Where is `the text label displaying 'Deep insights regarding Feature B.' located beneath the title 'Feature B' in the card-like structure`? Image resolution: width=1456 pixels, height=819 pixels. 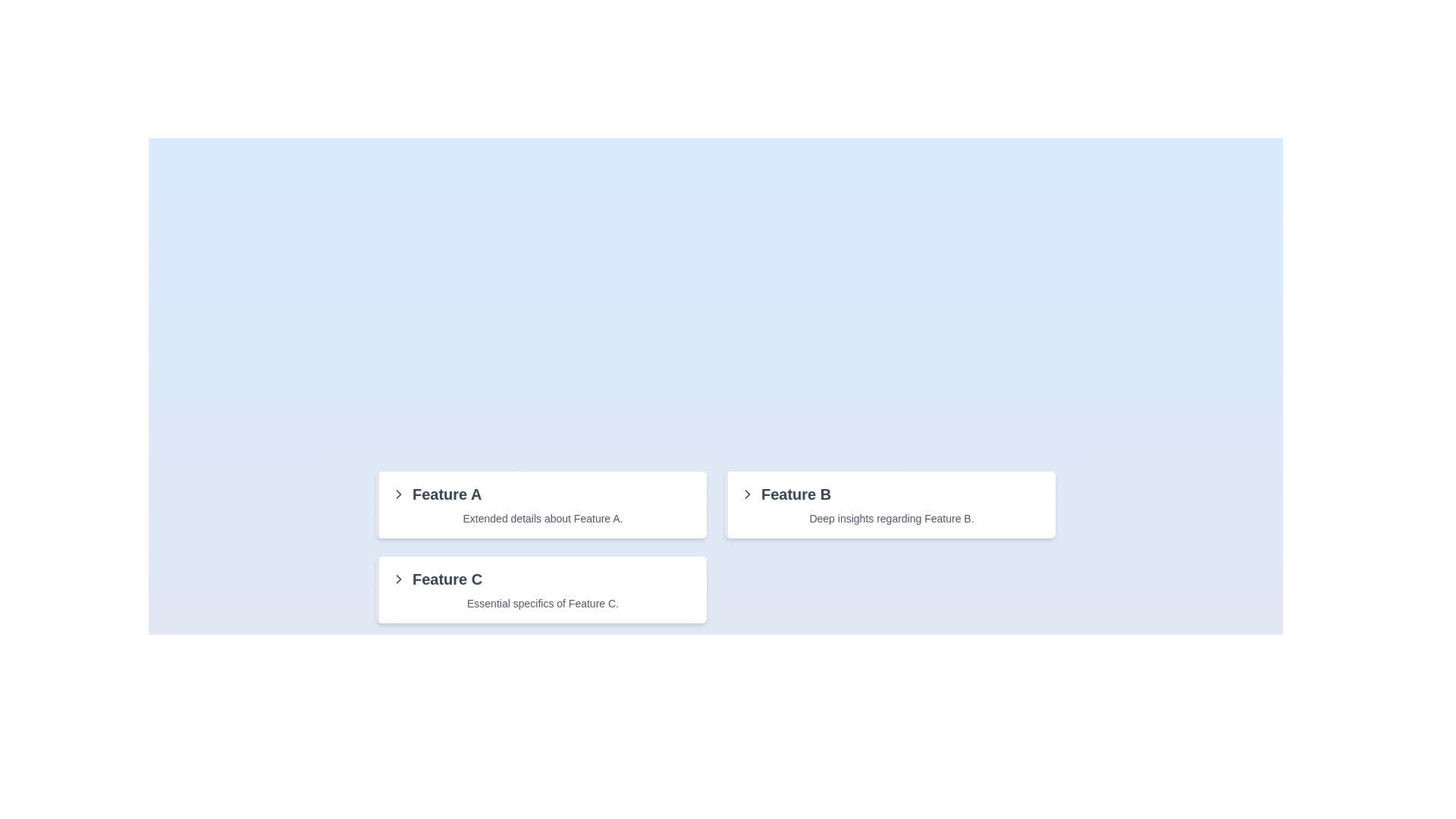
the text label displaying 'Deep insights regarding Feature B.' located beneath the title 'Feature B' in the card-like structure is located at coordinates (892, 517).